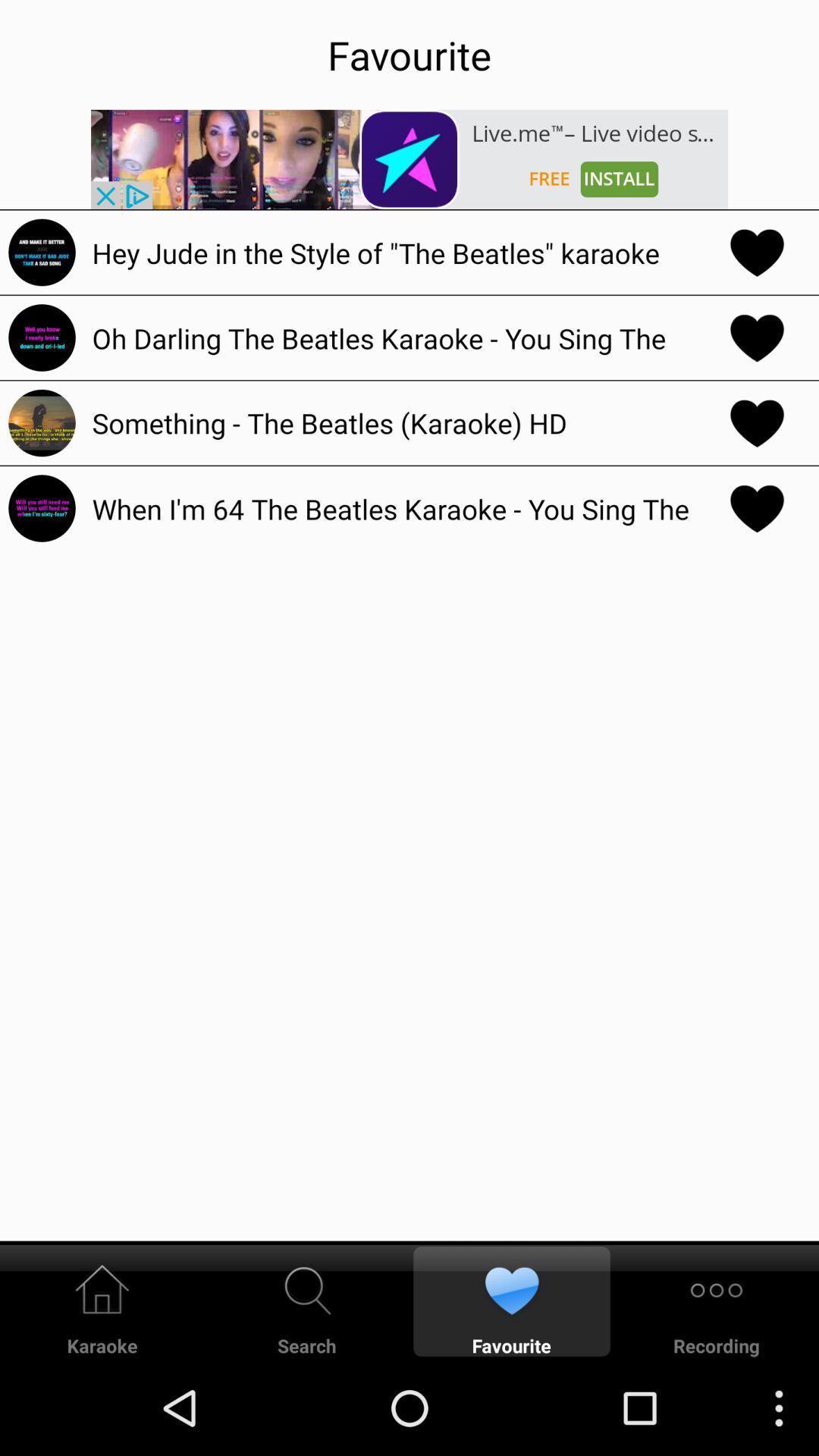 The height and width of the screenshot is (1456, 819). What do you see at coordinates (757, 337) in the screenshot?
I see `song as favourite` at bounding box center [757, 337].